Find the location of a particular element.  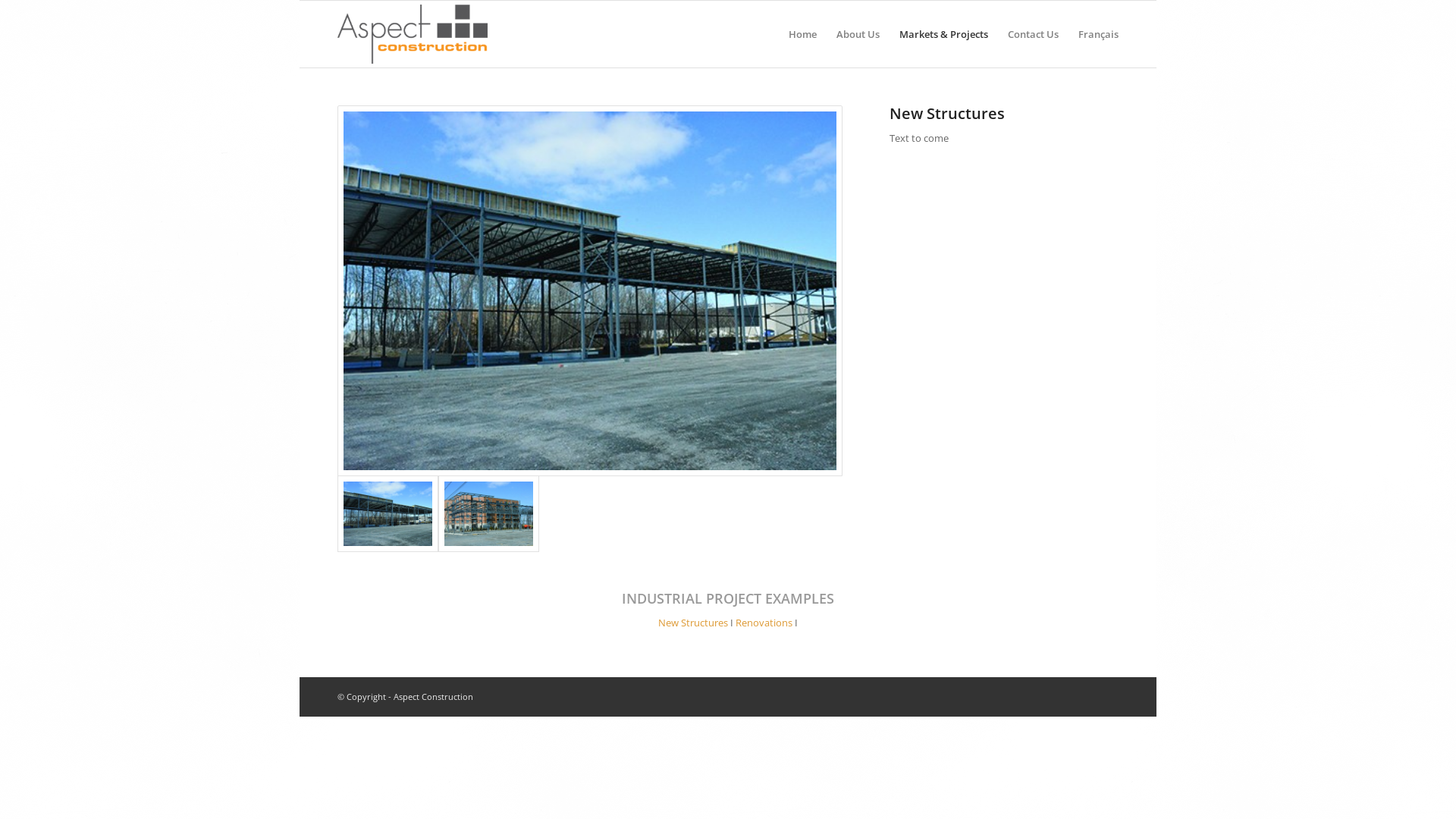

'New Structures' is located at coordinates (692, 623).